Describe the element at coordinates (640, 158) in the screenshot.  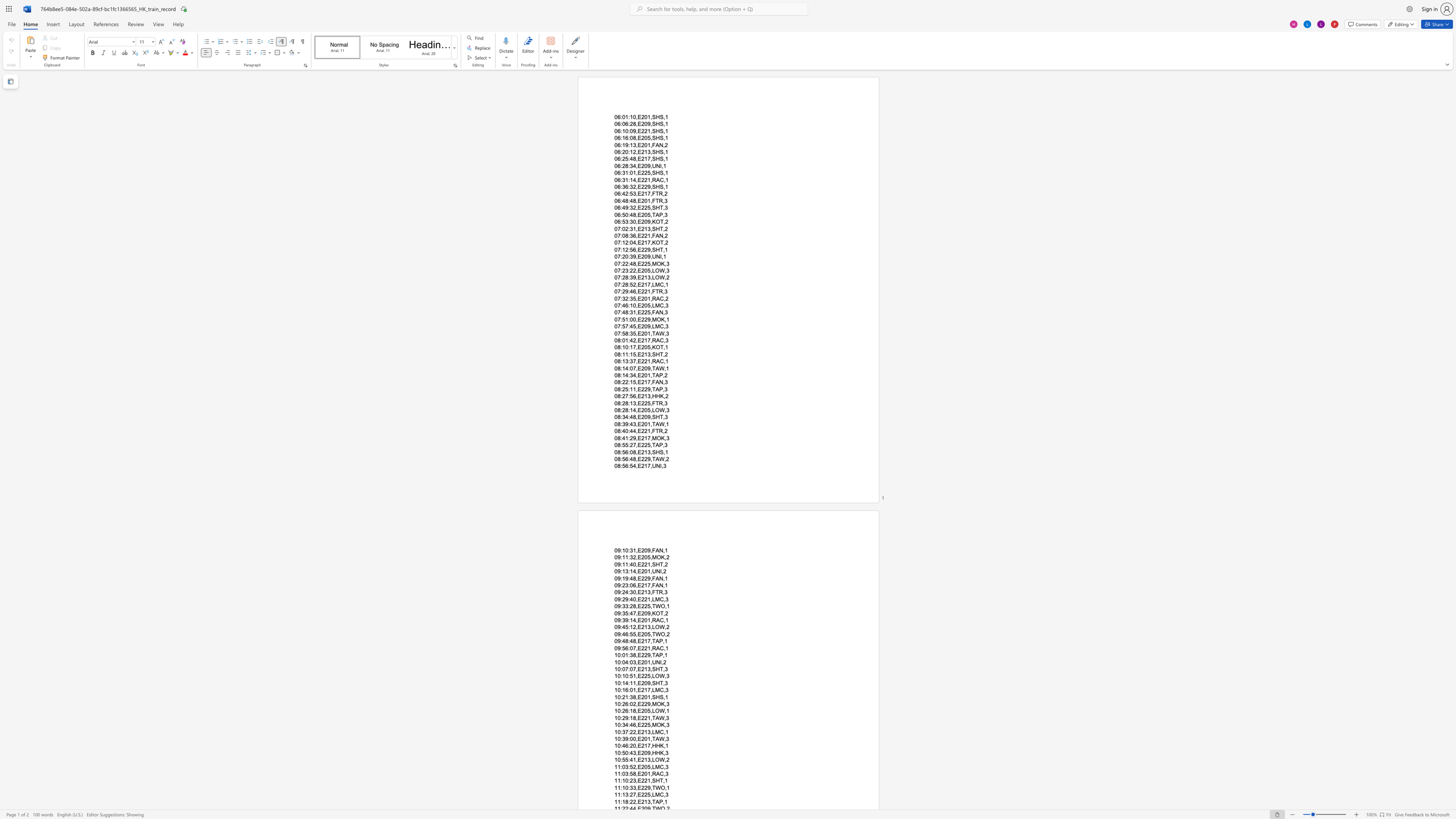
I see `the subset text "217,SHS," within the text "06:25:48,E217,SHS,1"` at that location.